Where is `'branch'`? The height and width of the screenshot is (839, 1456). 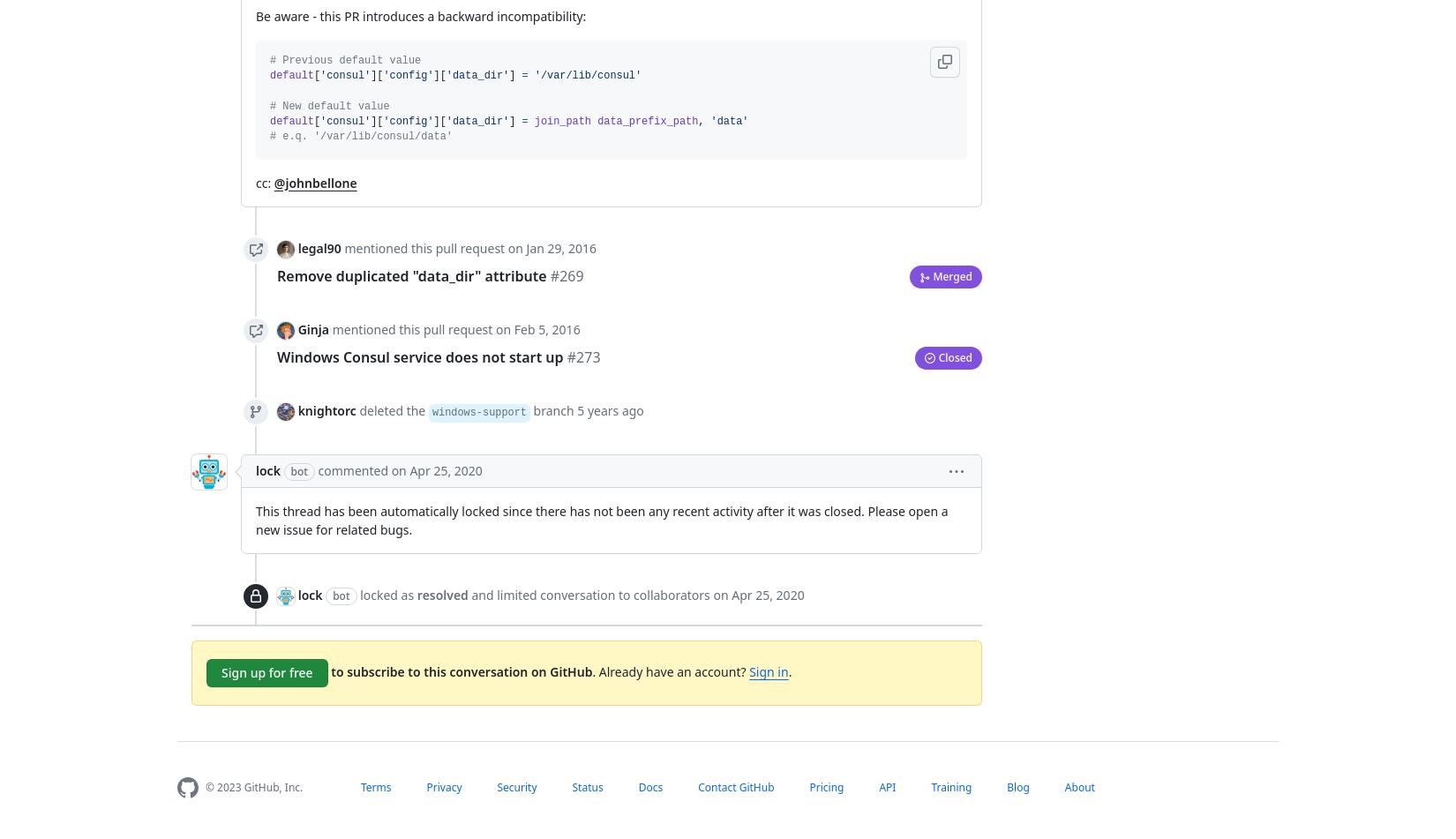
'branch' is located at coordinates (552, 410).